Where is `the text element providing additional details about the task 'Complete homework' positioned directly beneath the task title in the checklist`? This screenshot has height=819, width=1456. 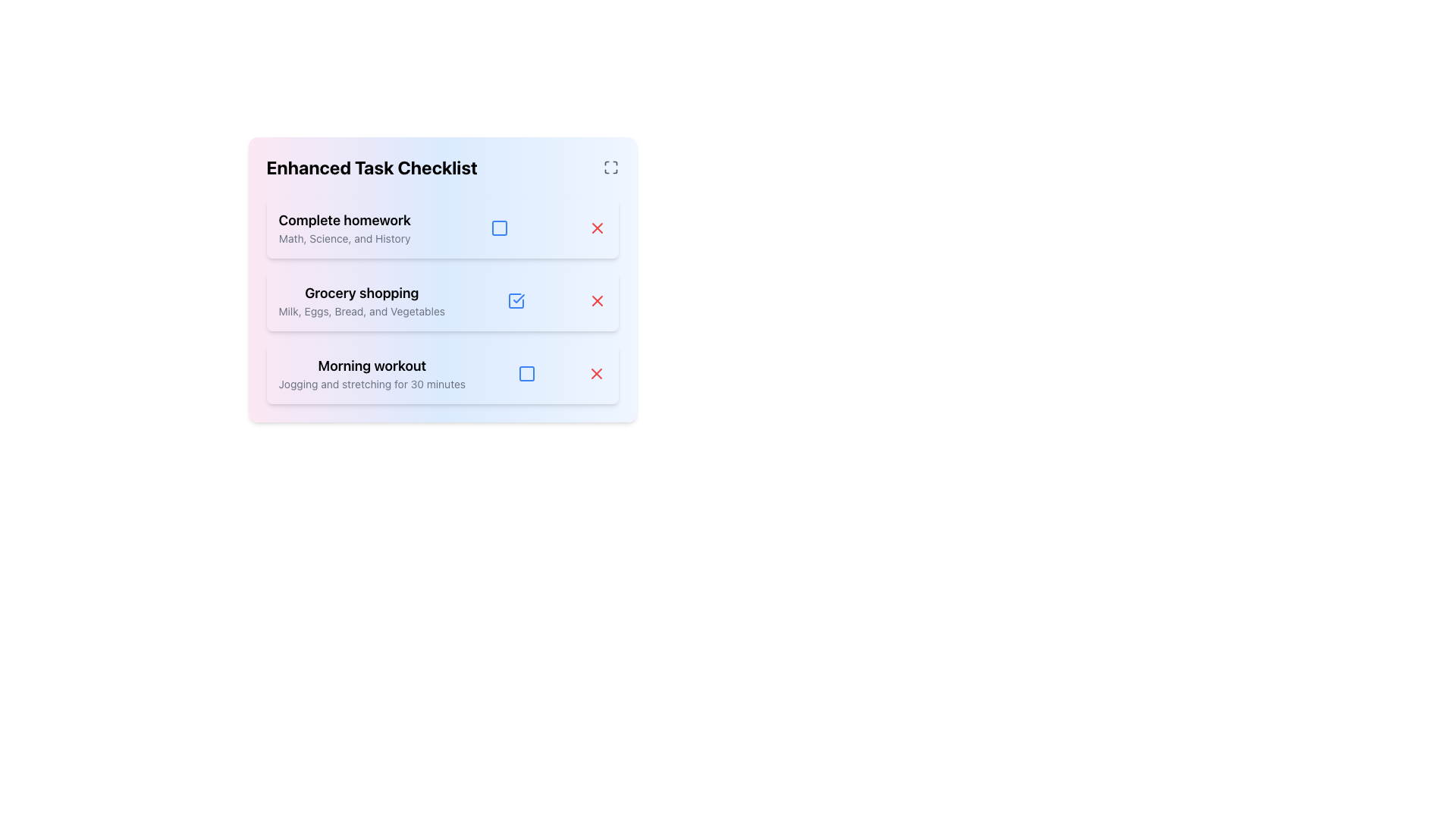
the text element providing additional details about the task 'Complete homework' positioned directly beneath the task title in the checklist is located at coordinates (344, 239).